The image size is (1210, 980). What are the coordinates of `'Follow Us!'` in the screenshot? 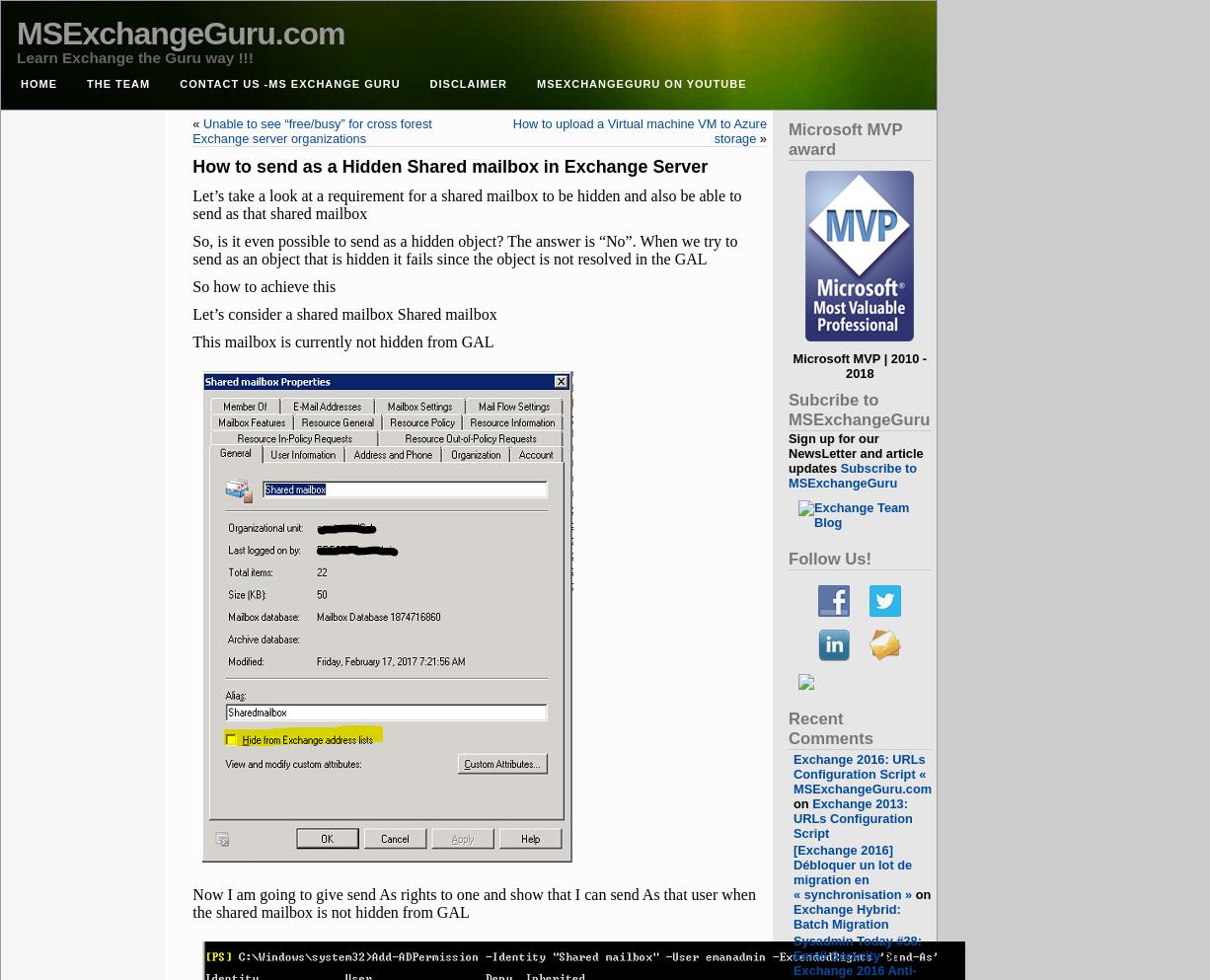 It's located at (830, 558).